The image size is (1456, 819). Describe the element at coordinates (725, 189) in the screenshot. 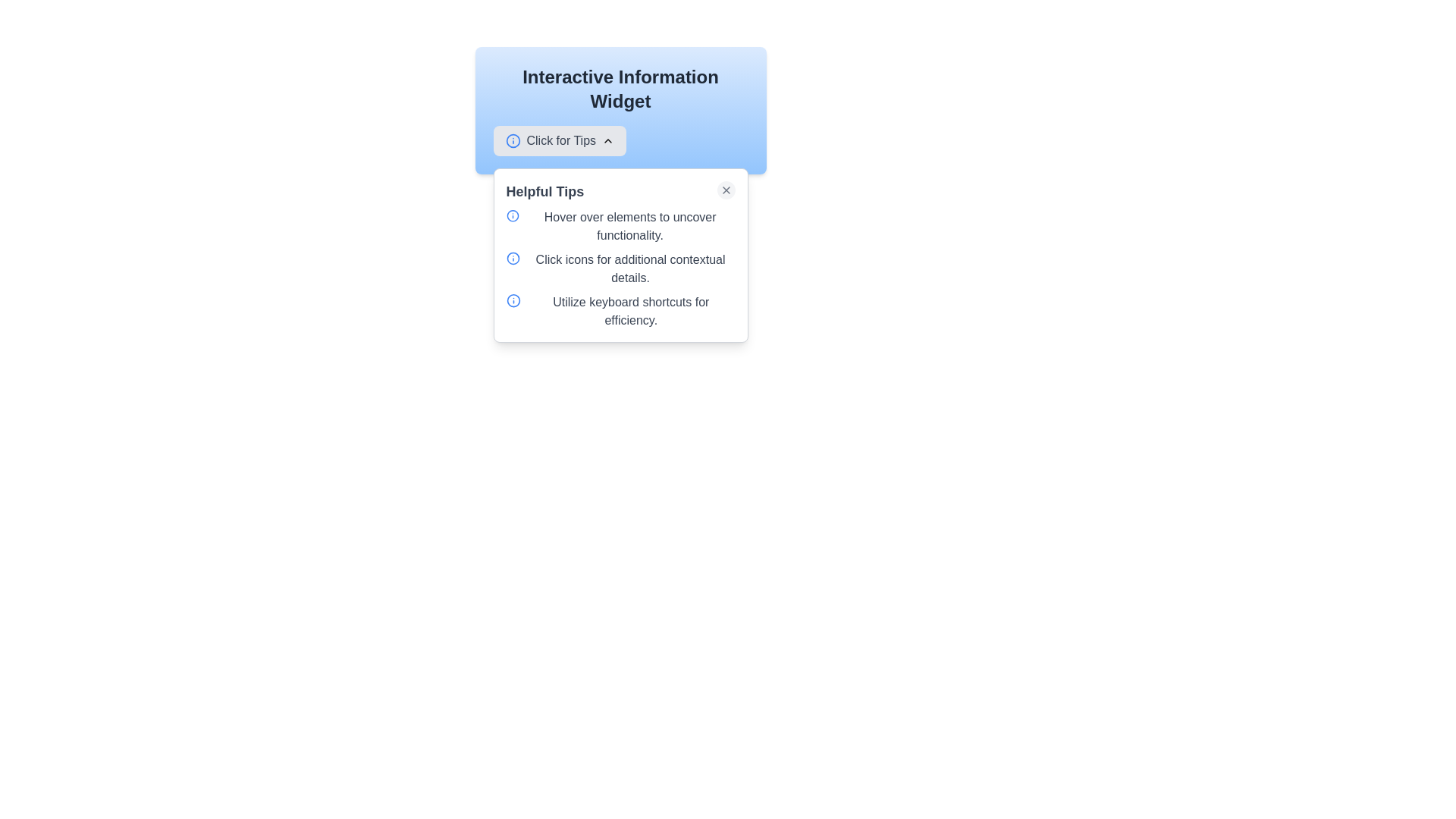

I see `the close button located at the top-right corner of the 'Helpful Tips' panel to activate its hover effect` at that location.